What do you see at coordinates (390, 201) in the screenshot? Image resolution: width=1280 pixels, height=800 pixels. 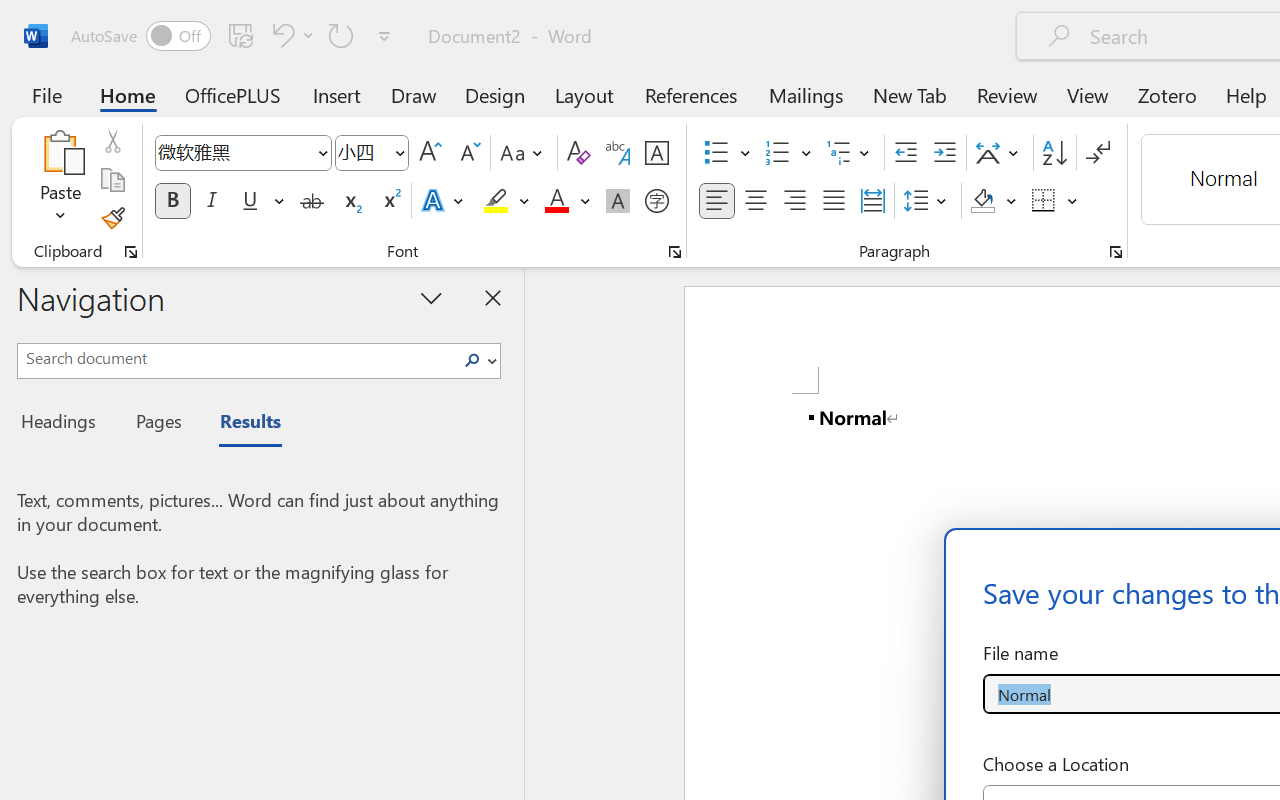 I see `'Superscript'` at bounding box center [390, 201].